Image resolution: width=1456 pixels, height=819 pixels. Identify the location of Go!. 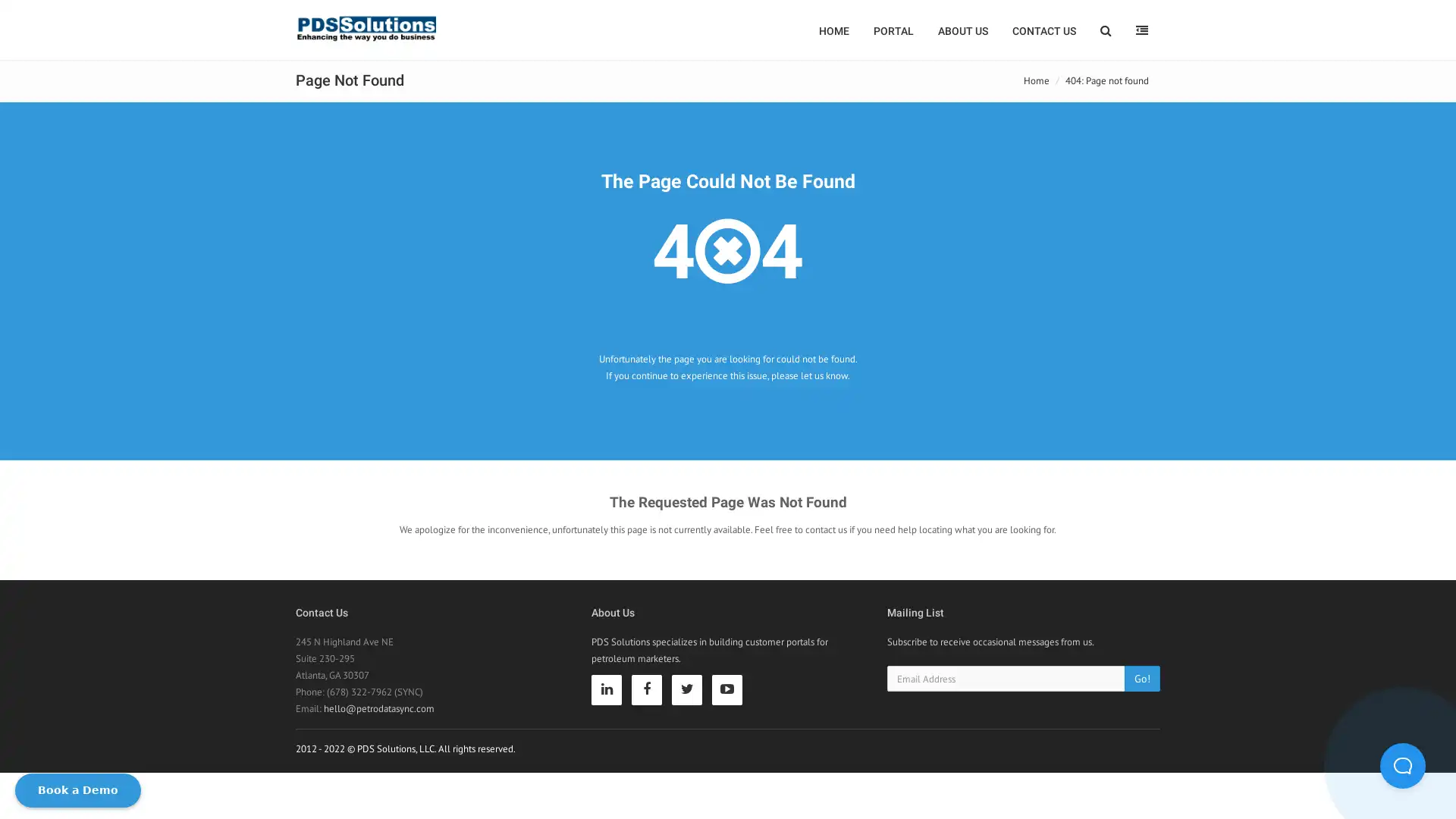
(1142, 677).